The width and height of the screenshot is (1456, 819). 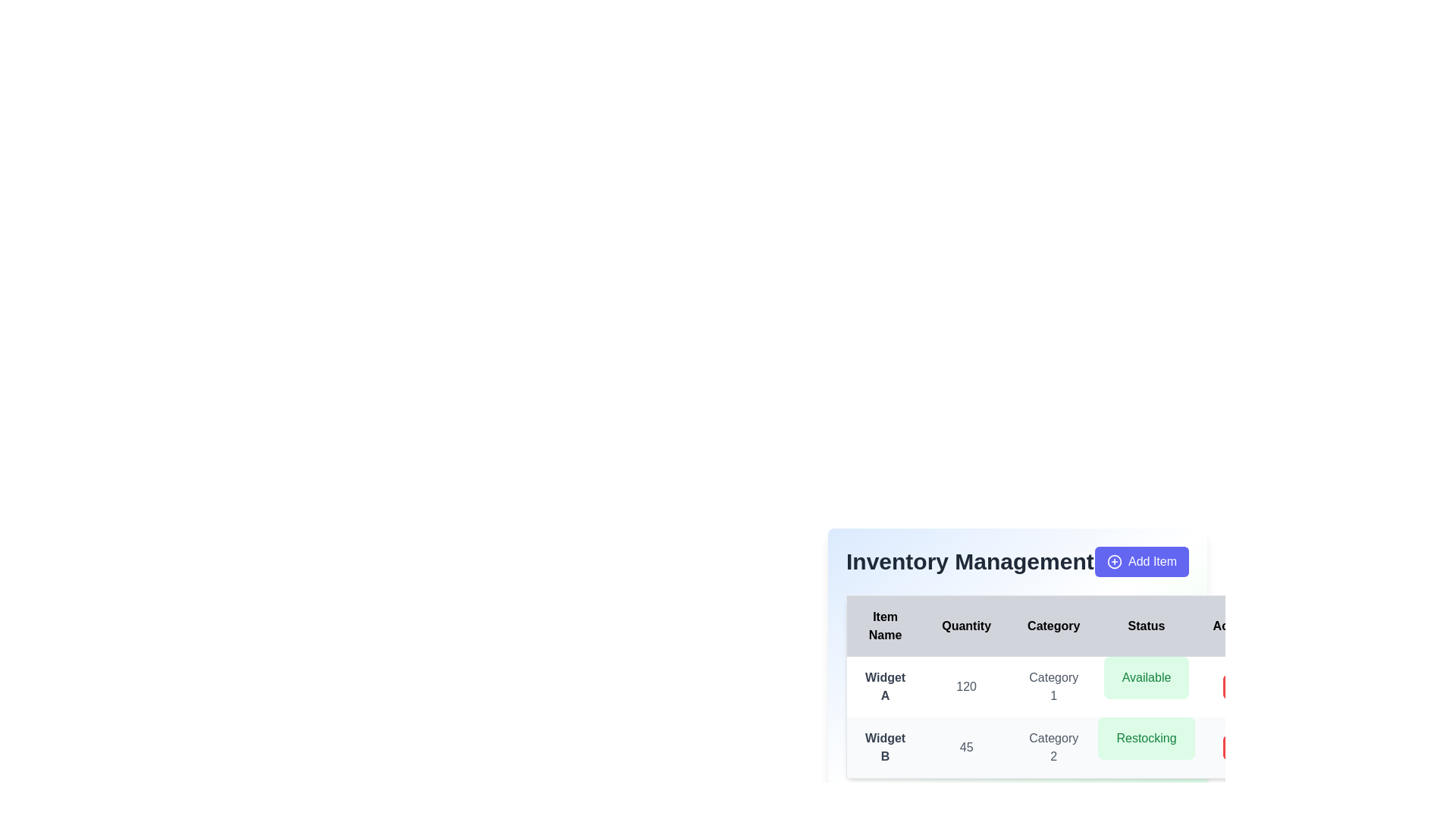 What do you see at coordinates (1113, 561) in the screenshot?
I see `the decorative icon within the 'Add Item' button located at the top right of the interface` at bounding box center [1113, 561].